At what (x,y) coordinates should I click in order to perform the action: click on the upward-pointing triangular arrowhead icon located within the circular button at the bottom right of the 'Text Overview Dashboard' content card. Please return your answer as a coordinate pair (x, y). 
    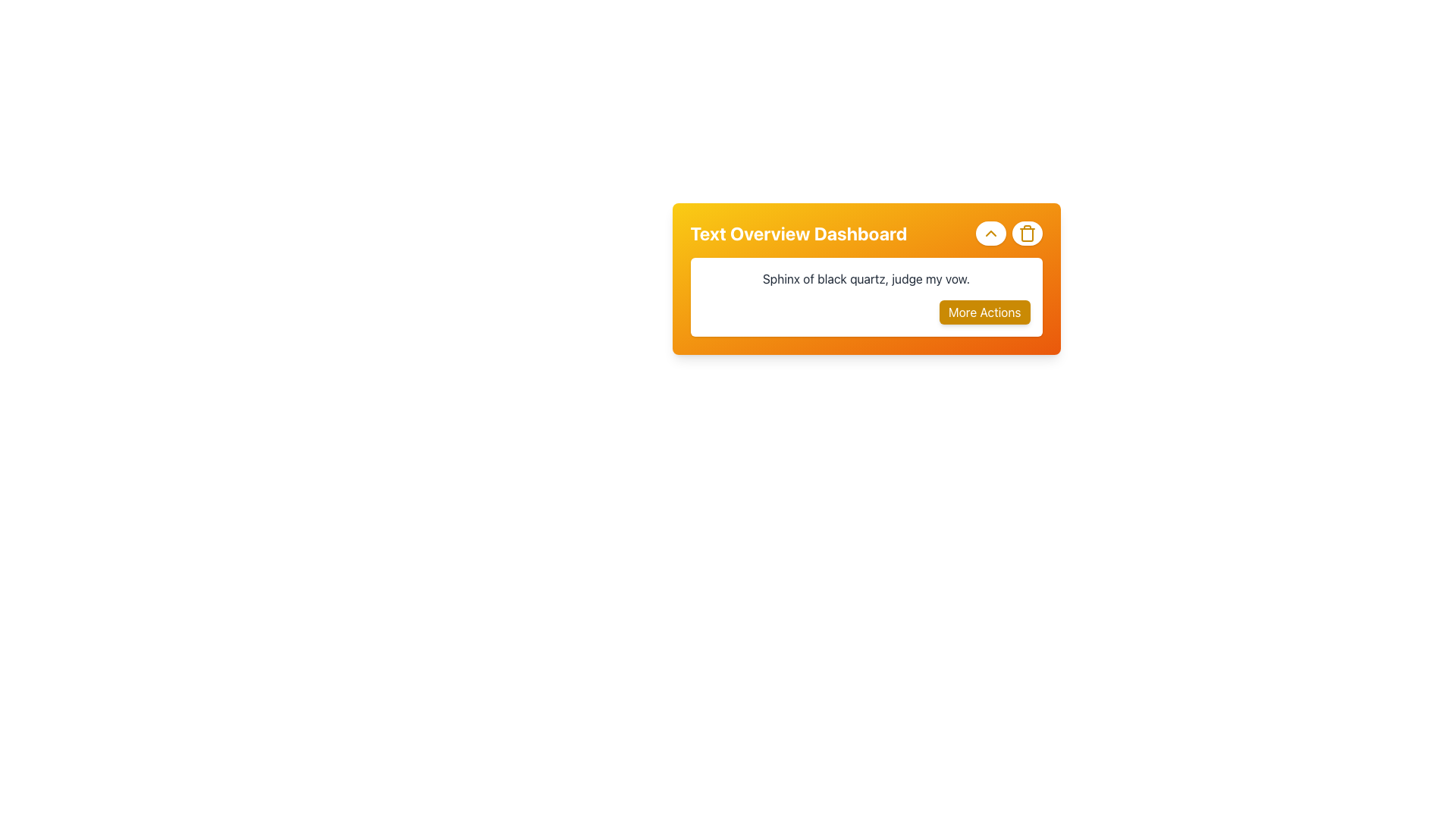
    Looking at the image, I should click on (990, 234).